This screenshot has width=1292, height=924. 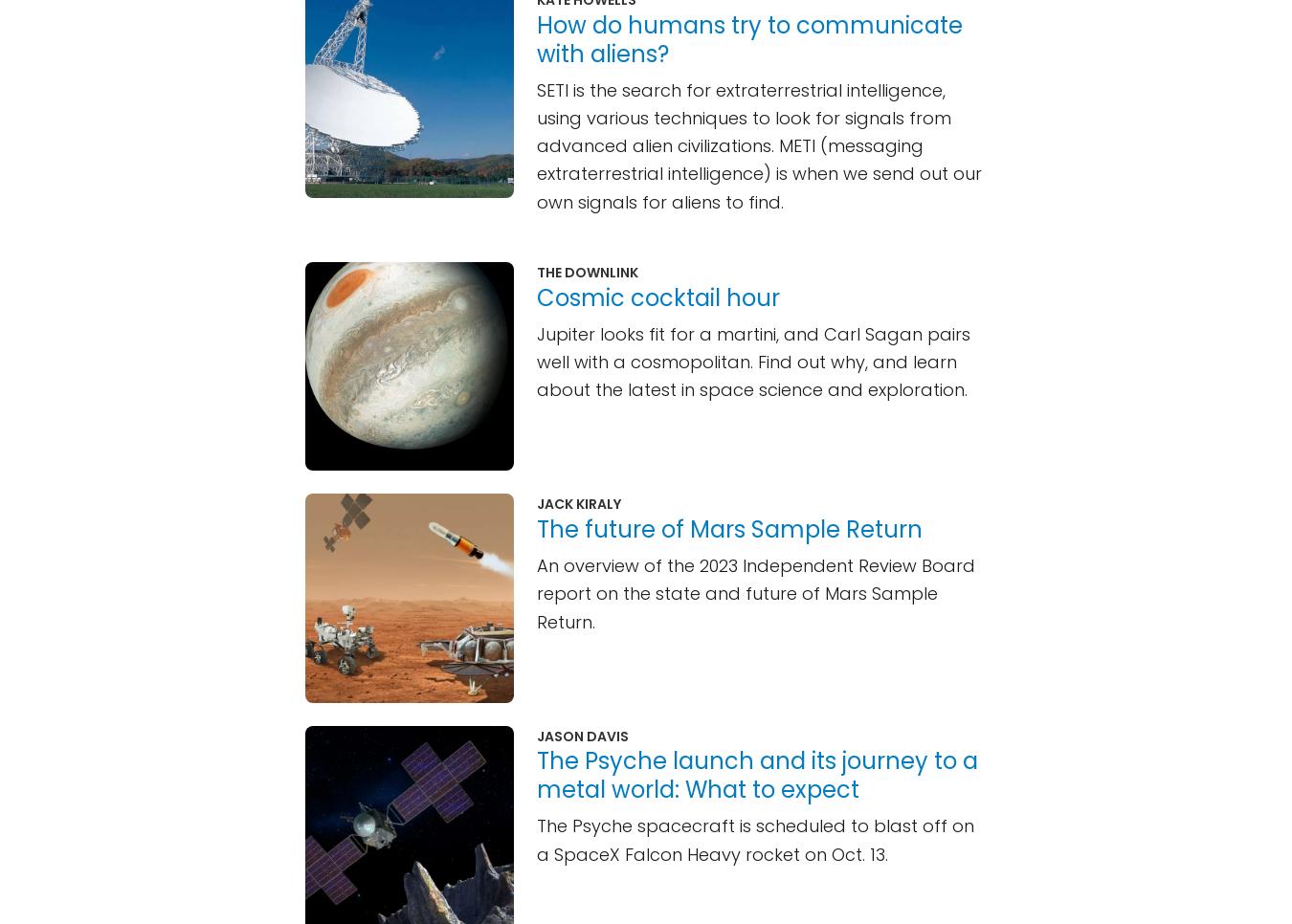 What do you see at coordinates (536, 528) in the screenshot?
I see `'The future of Mars Sample Return'` at bounding box center [536, 528].